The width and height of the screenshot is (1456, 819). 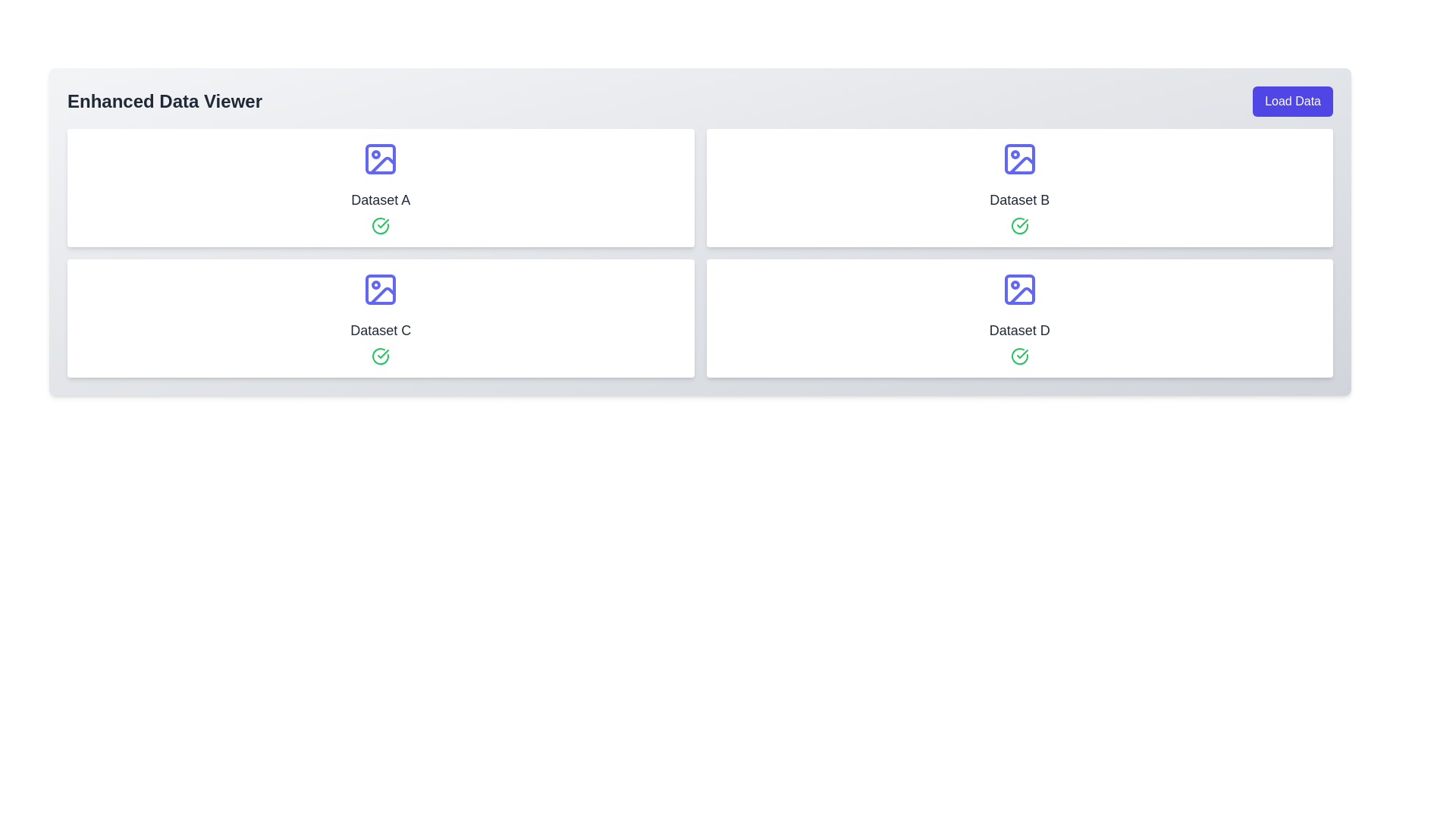 What do you see at coordinates (381, 225) in the screenshot?
I see `the circular green icon with a check mark inside, located within the content labeled 'Dataset A', positioned in the lower portion of the content box` at bounding box center [381, 225].